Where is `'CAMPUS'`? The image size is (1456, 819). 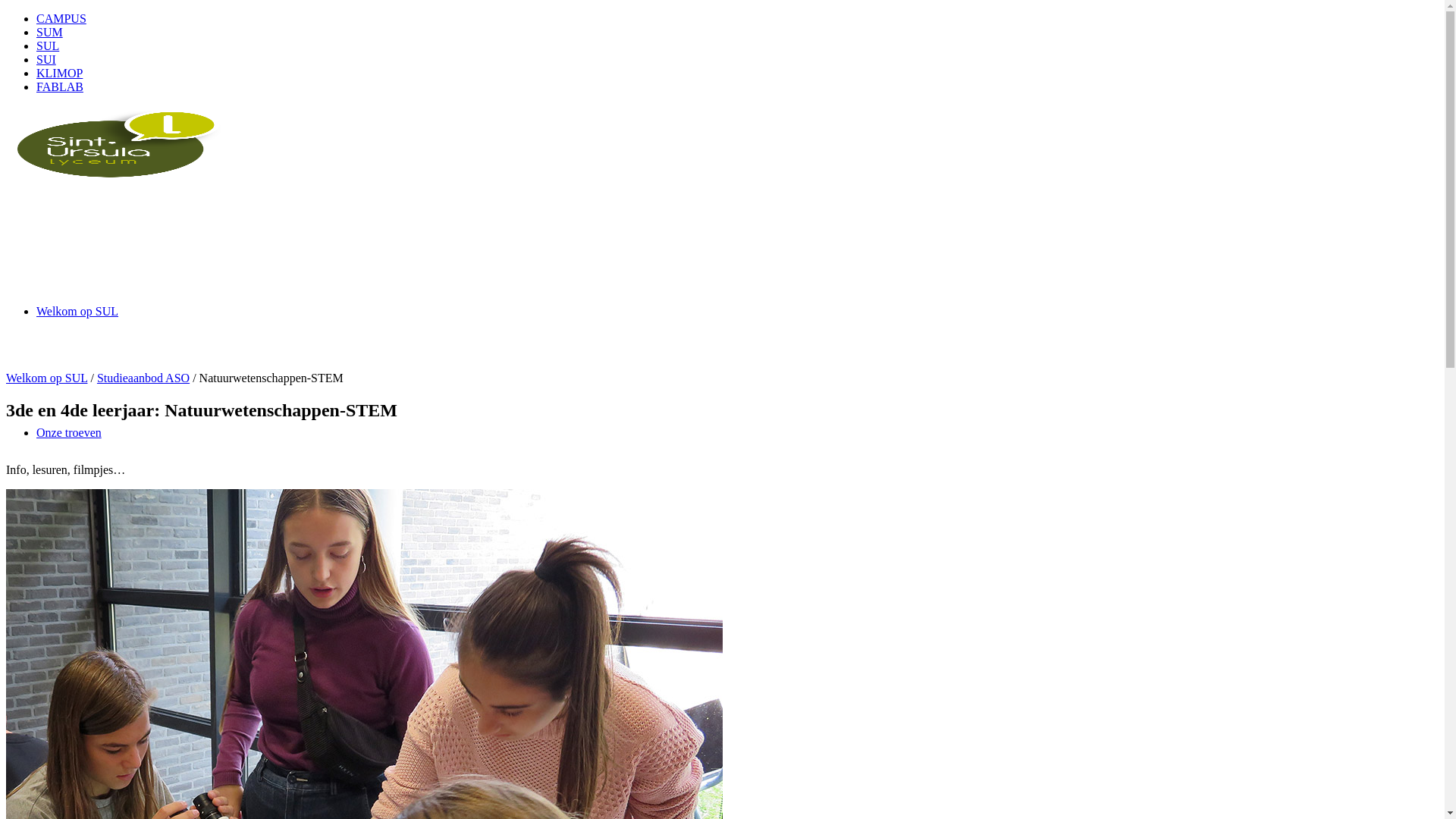 'CAMPUS' is located at coordinates (61, 18).